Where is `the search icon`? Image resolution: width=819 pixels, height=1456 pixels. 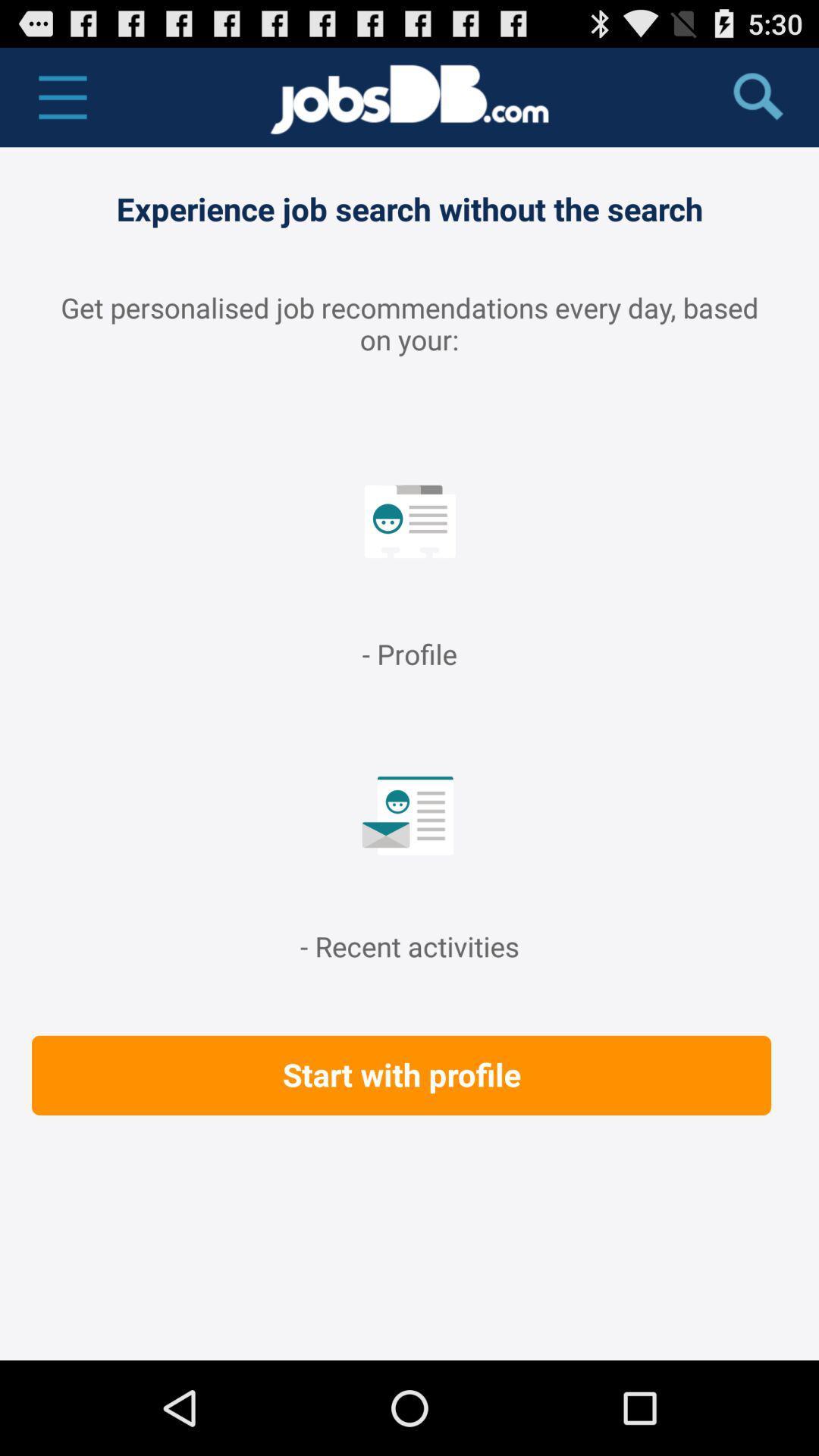 the search icon is located at coordinates (759, 104).